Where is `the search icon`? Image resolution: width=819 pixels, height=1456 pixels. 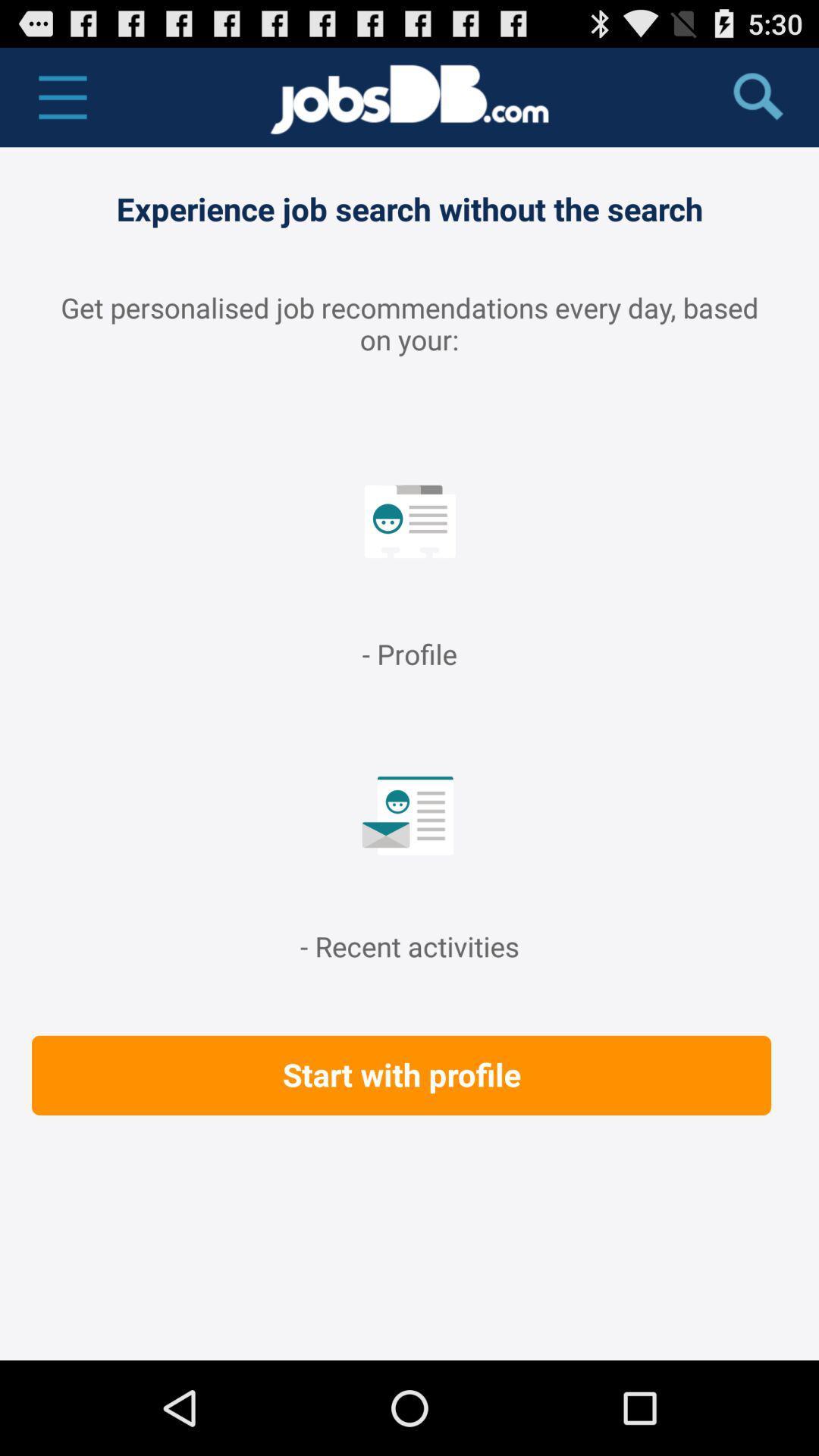 the search icon is located at coordinates (759, 104).